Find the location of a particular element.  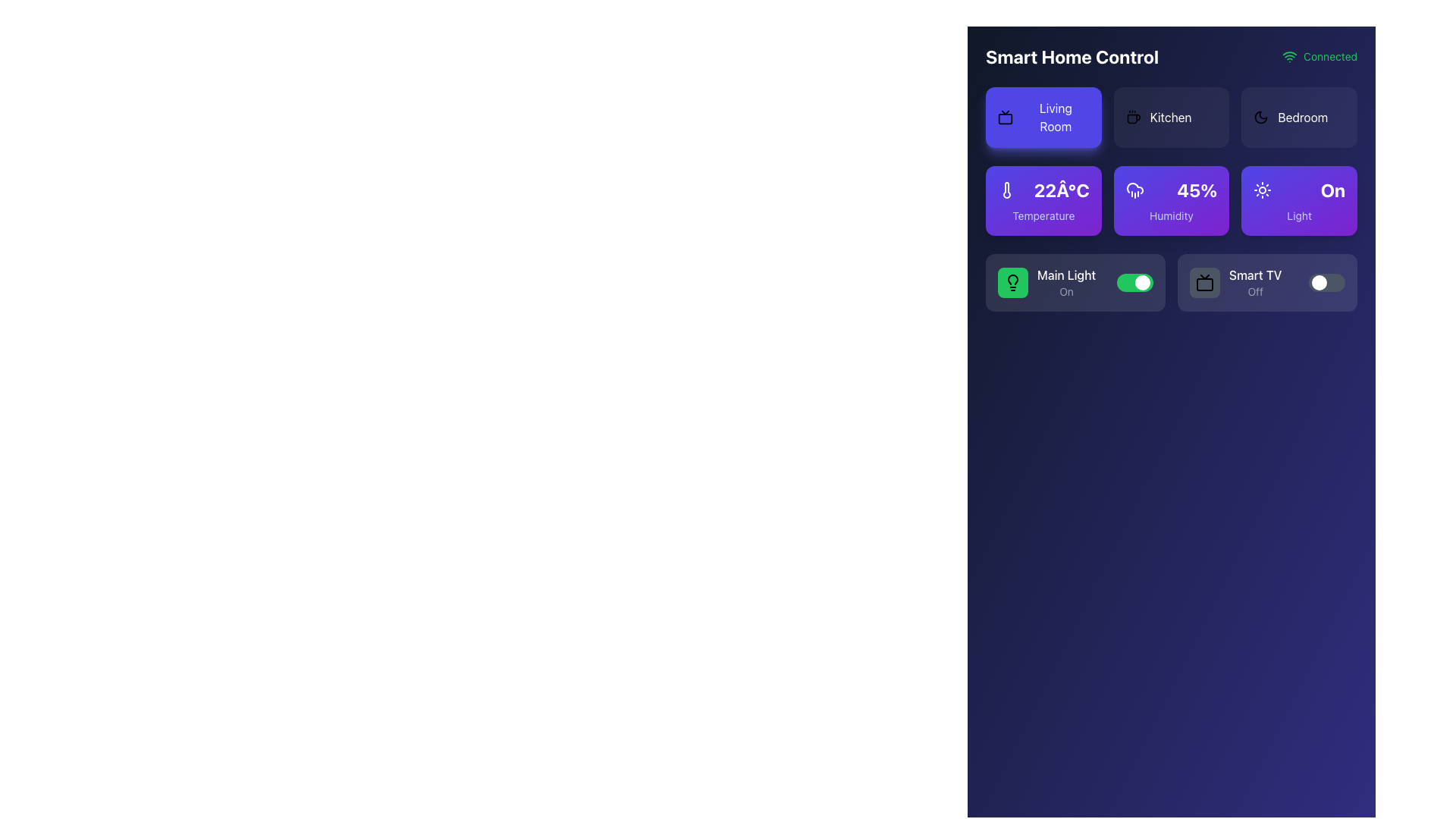

the TV control icon button located in the Smart Home Control panel, which is positioned to the left of the text 'Smart TV Off' and above the toggle switch is located at coordinates (1203, 283).